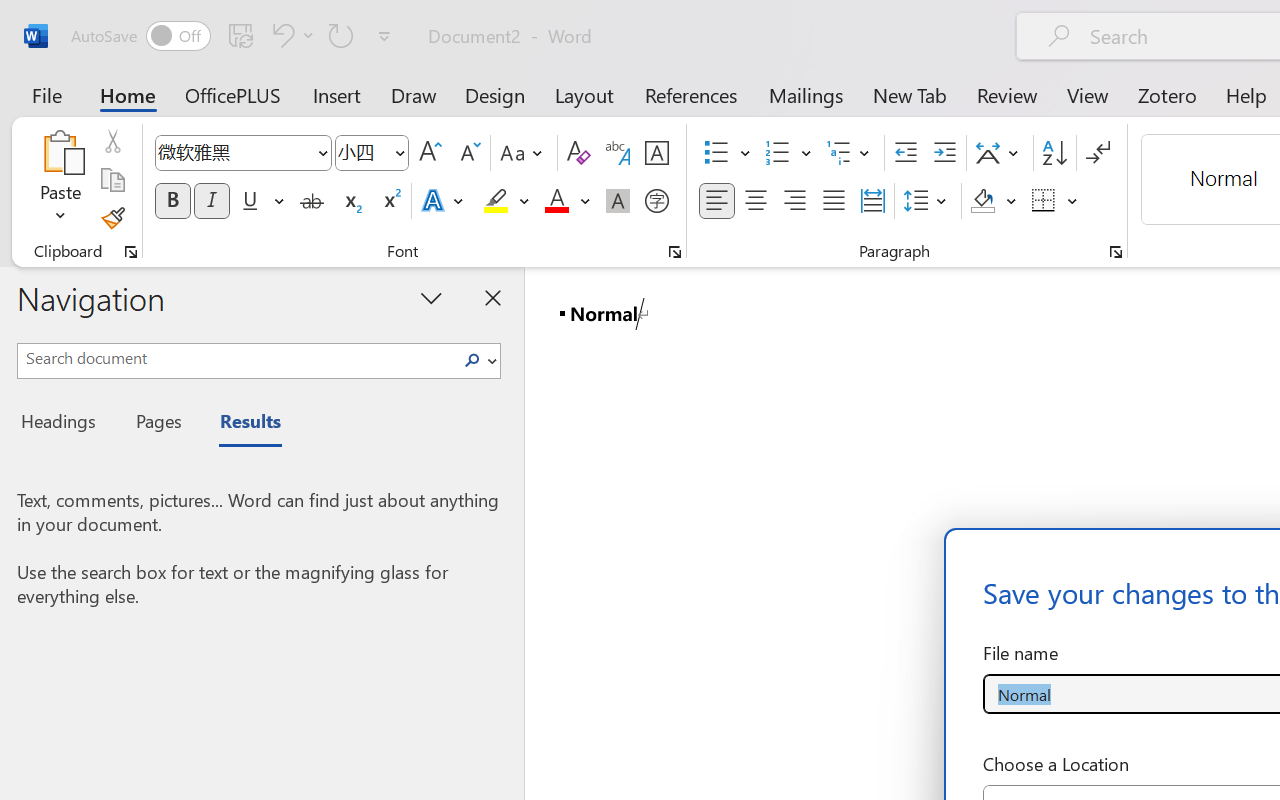  Describe the element at coordinates (927, 201) in the screenshot. I see `'Line and Paragraph Spacing'` at that location.